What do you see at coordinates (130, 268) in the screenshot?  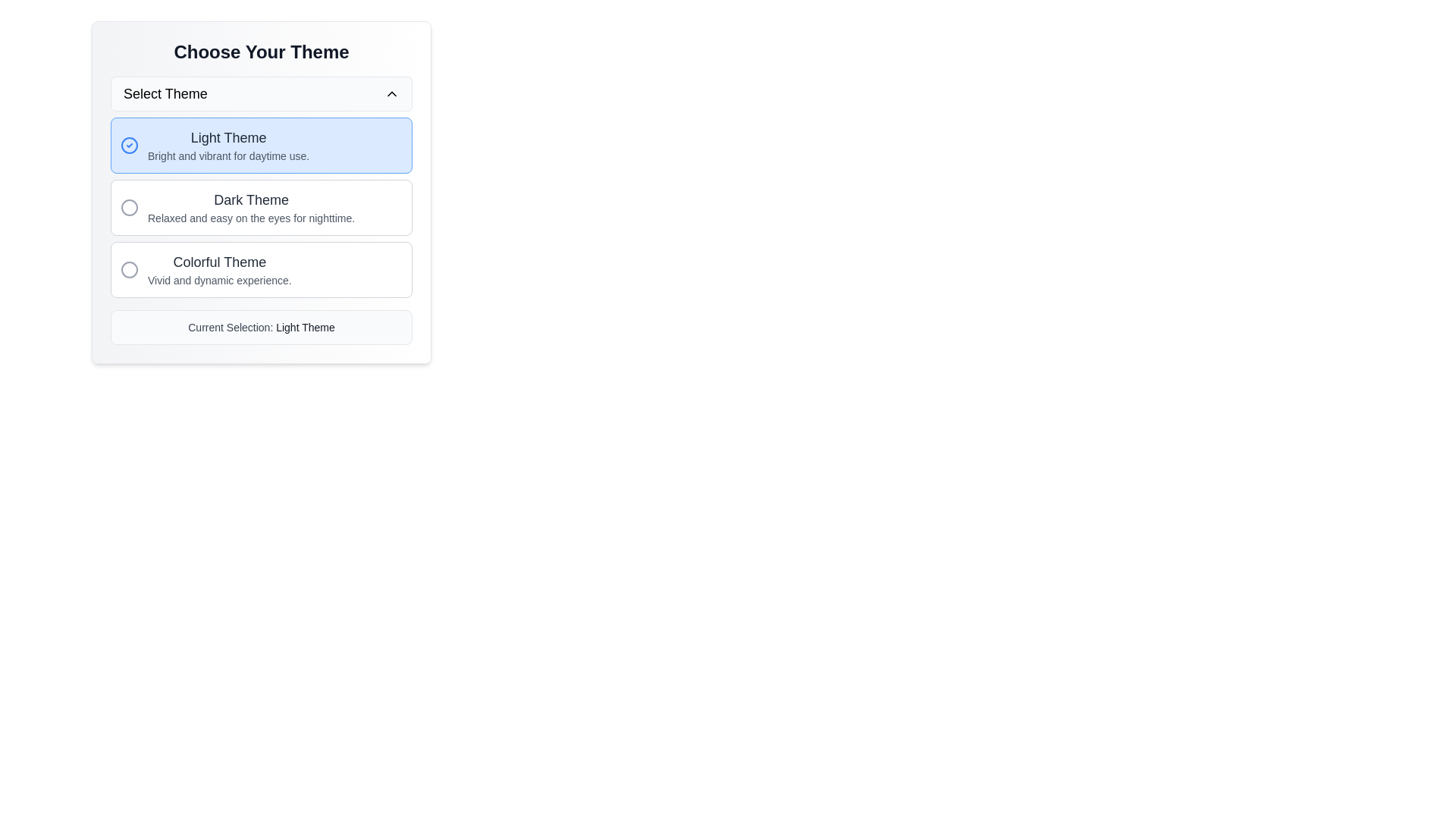 I see `the inner filled circle of the circular icon associated with the 'Colorful Theme' option, which is located to the left of the selection in a vertical list in the modal` at bounding box center [130, 268].